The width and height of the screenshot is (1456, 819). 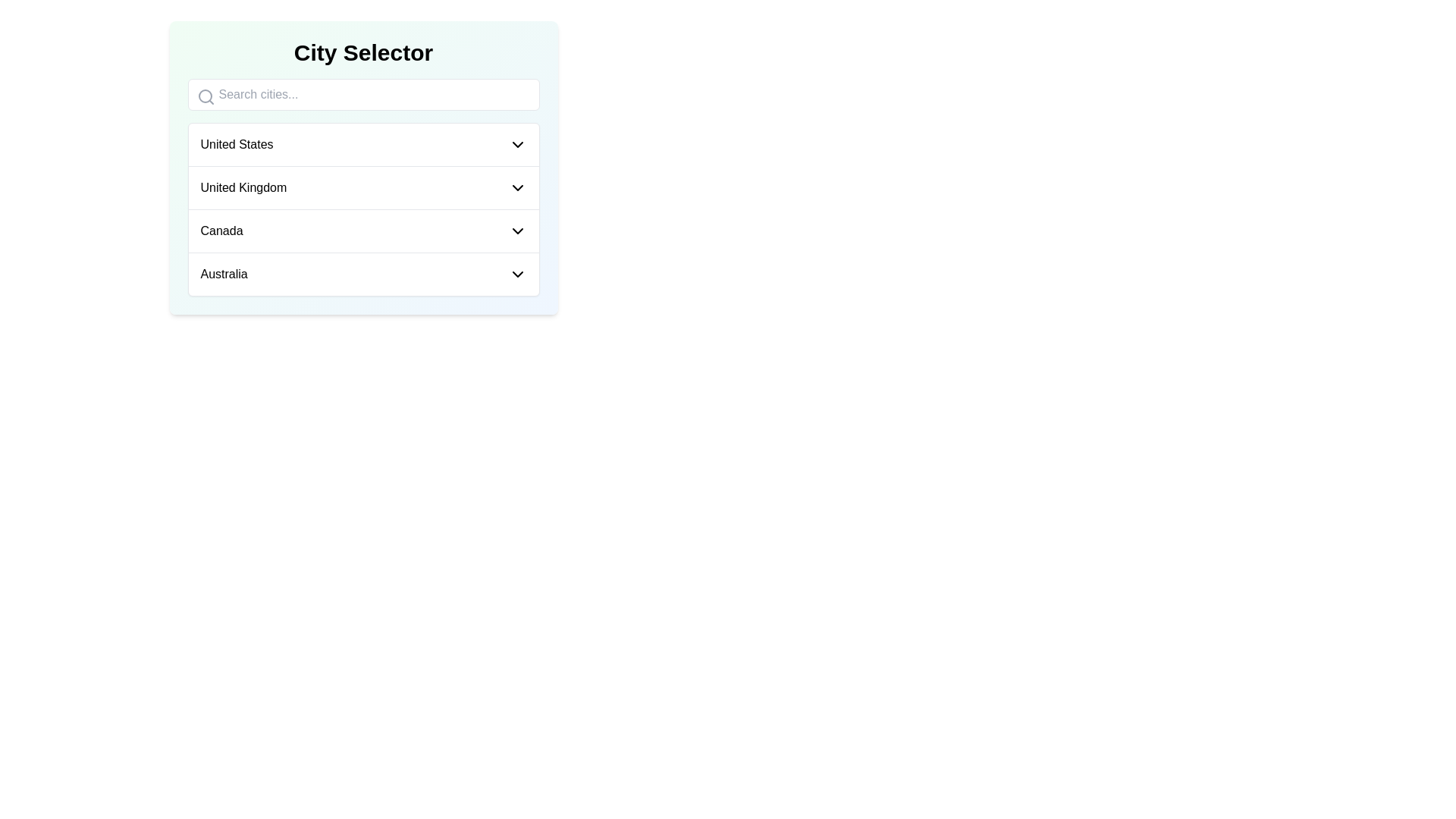 I want to click on the text label indicating the country 'Canada' in the city selector interface, which is located in the third position among the list items, so click(x=221, y=231).